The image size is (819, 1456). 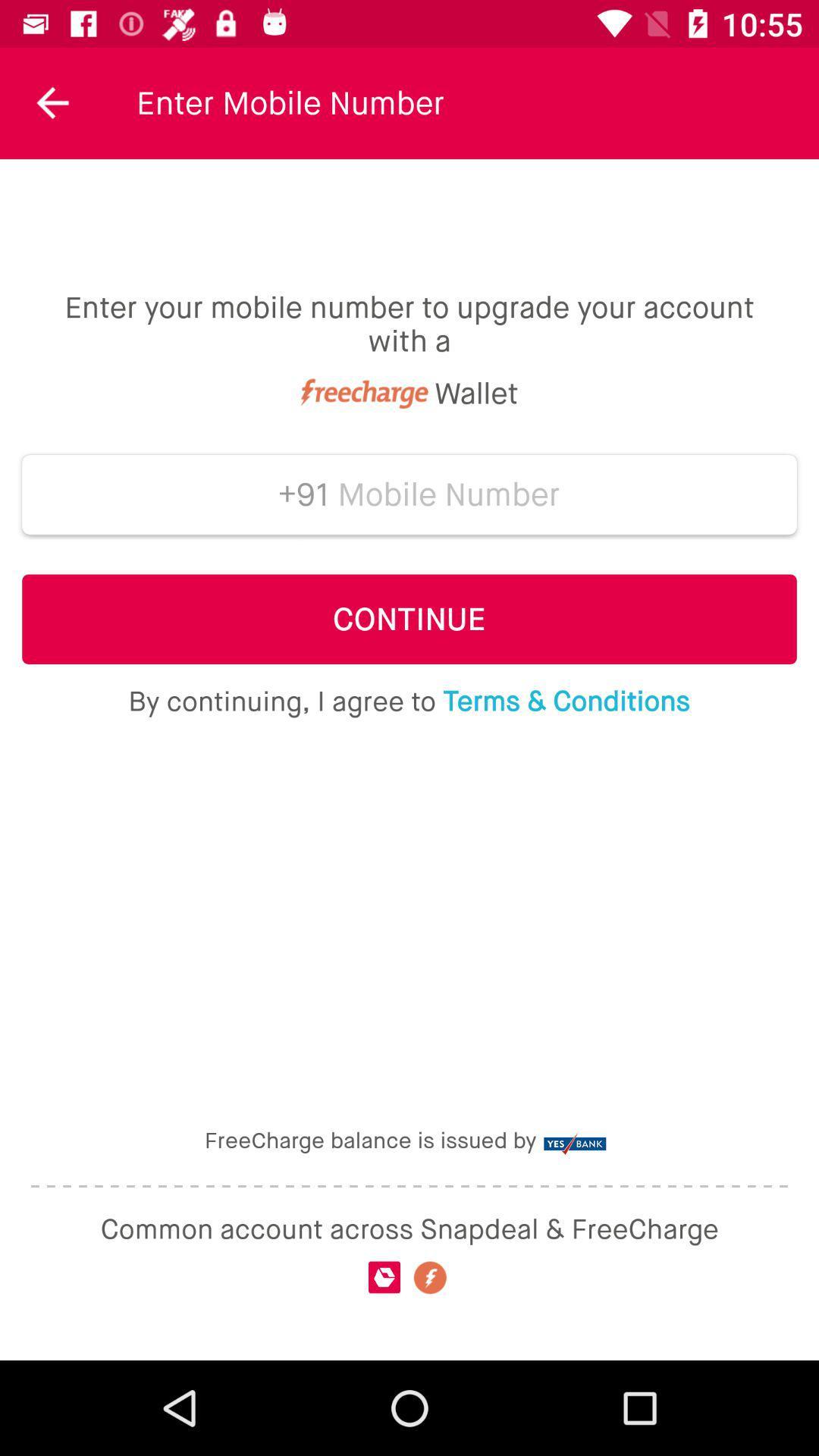 I want to click on the continue icon, so click(x=409, y=619).